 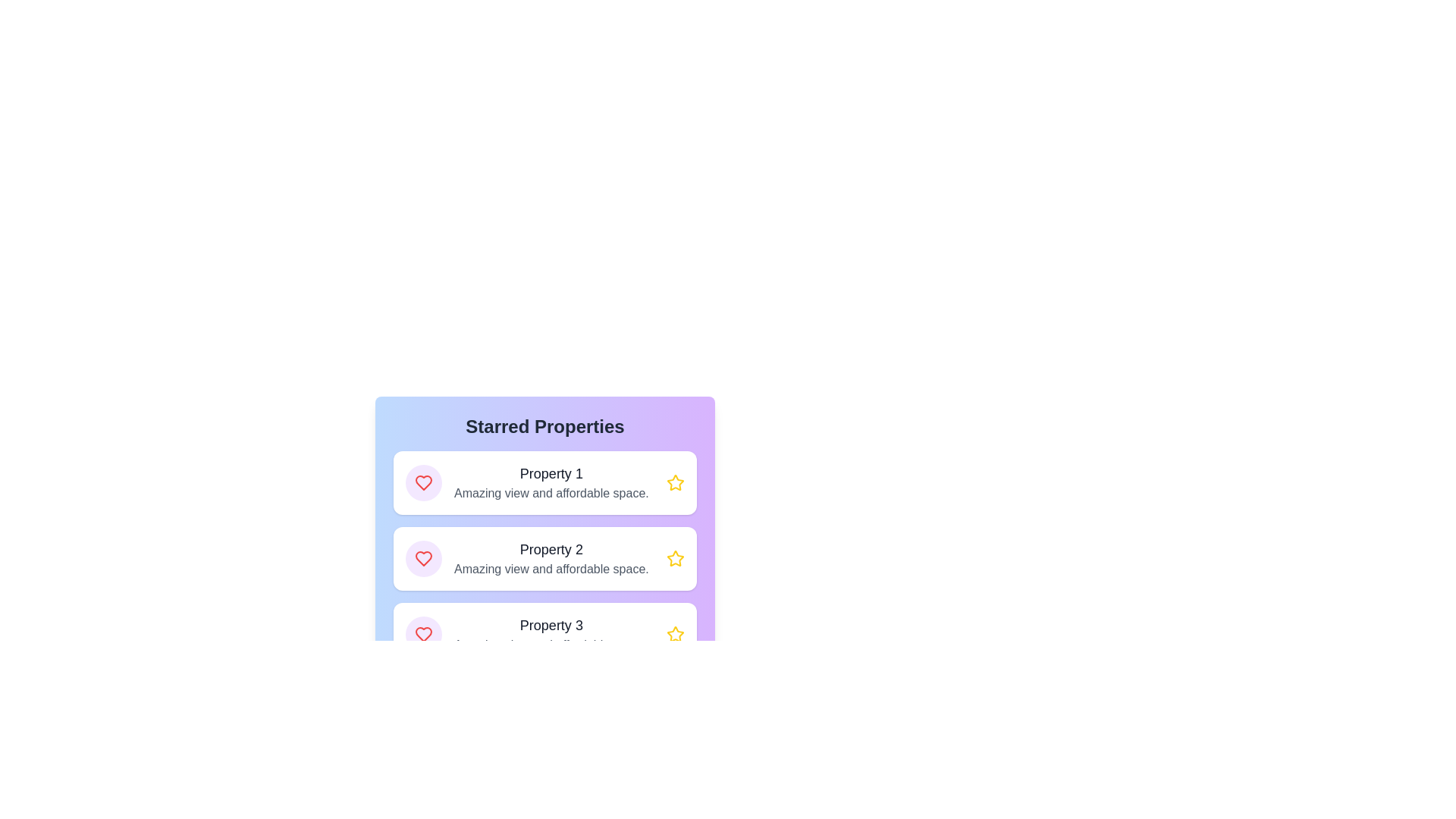 I want to click on text display that provides a description for 'Property 1', located below the header within the first item card under 'Starred Properties', so click(x=551, y=494).